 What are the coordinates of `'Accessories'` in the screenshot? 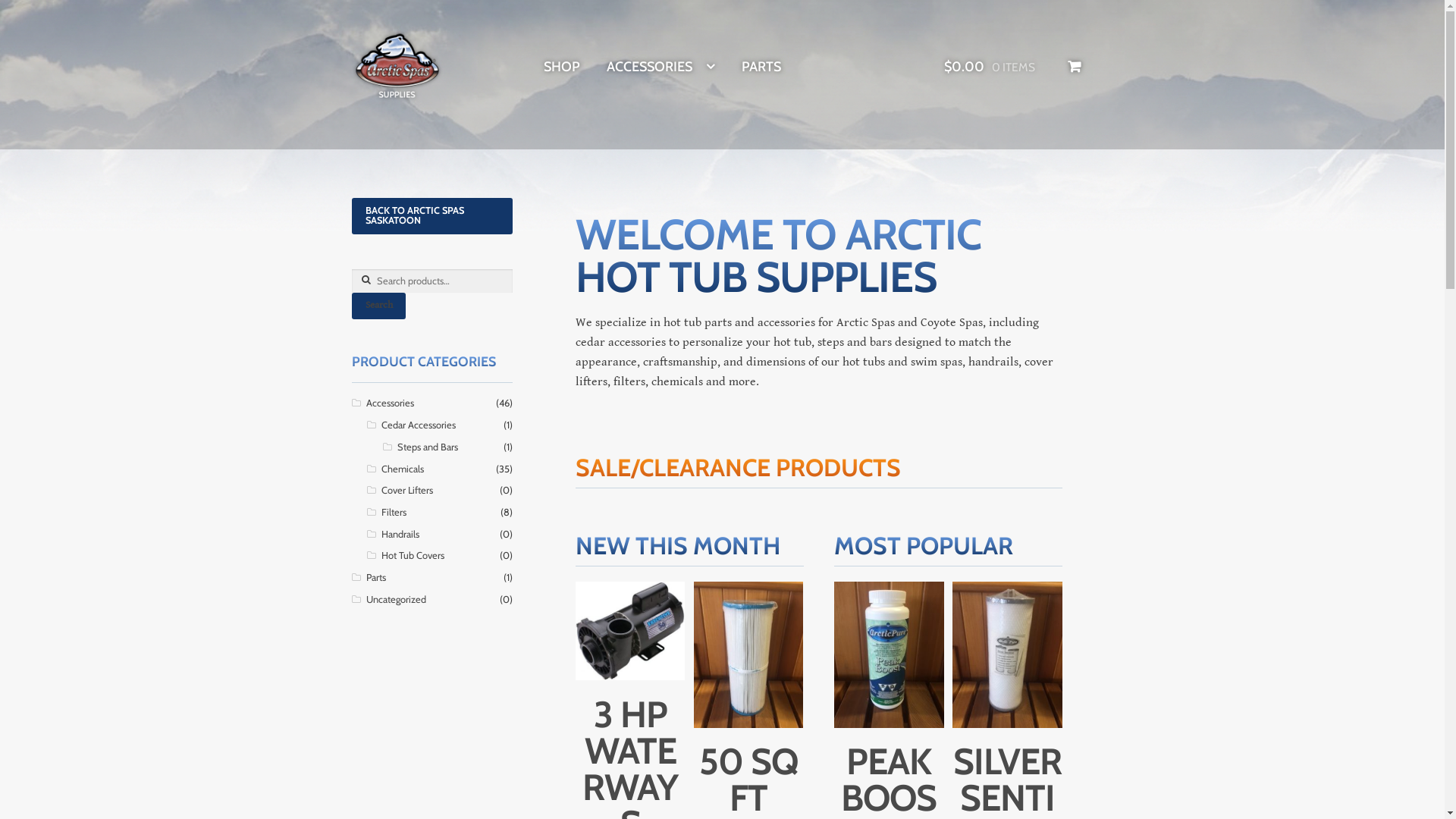 It's located at (365, 402).